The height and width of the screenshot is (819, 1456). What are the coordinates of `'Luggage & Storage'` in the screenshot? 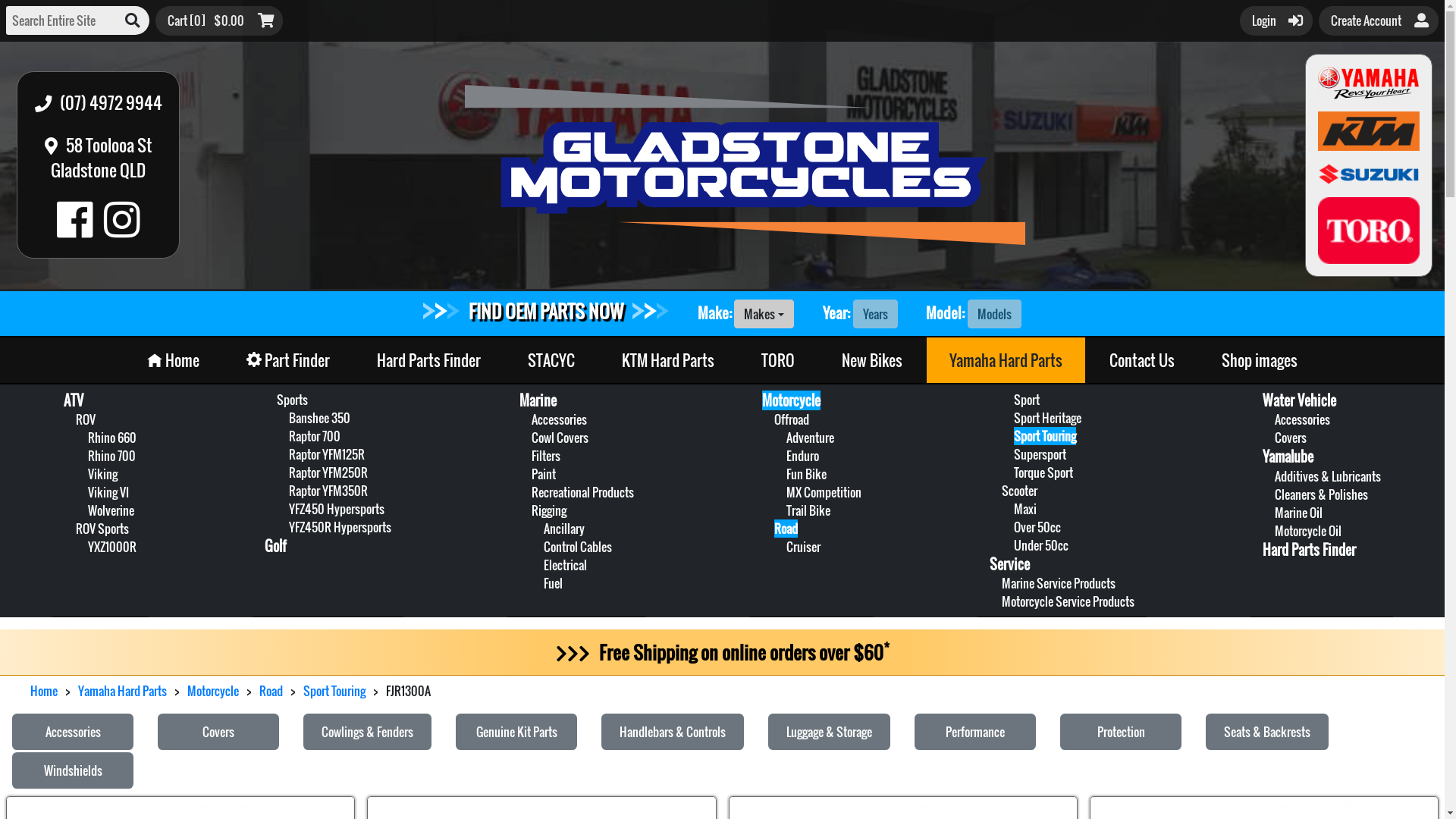 It's located at (828, 730).